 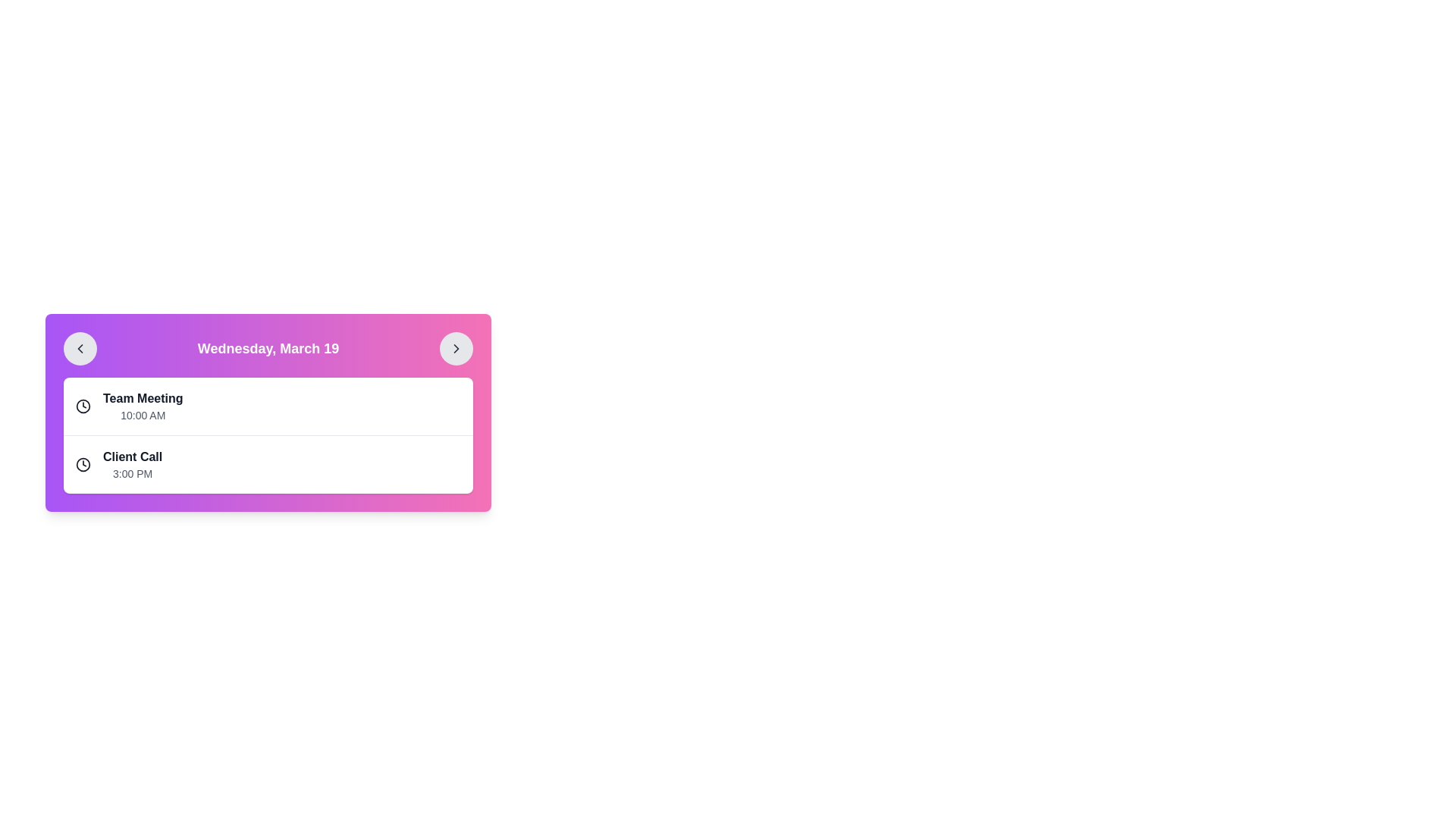 I want to click on the text label representing the event titled 'Client Call' scheduled at 3:00 PM, which is the second item listed under 'Wednesday, March 19' in the calendar panel, so click(x=133, y=464).